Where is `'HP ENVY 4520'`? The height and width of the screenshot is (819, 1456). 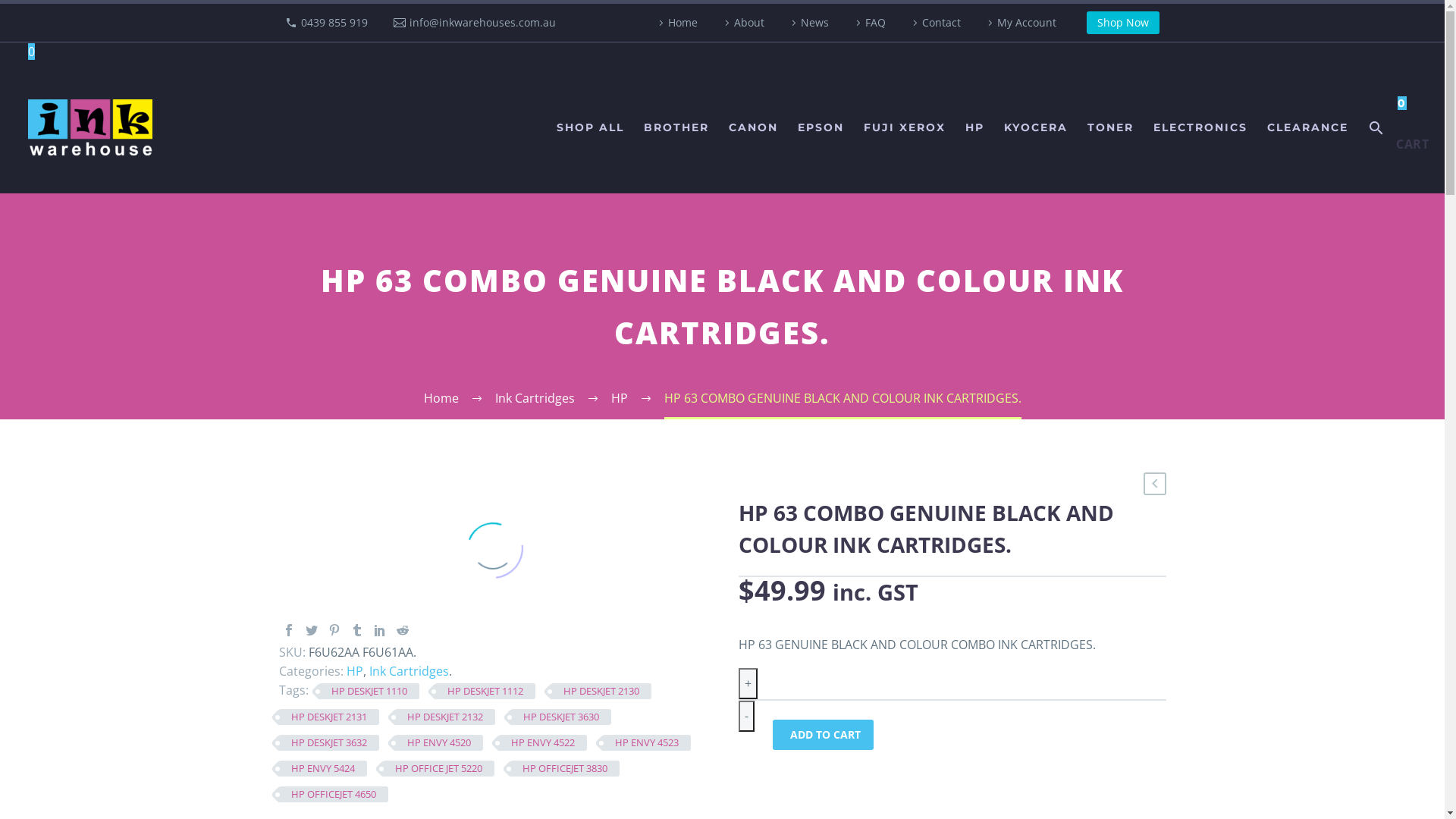 'HP ENVY 4520' is located at coordinates (394, 742).